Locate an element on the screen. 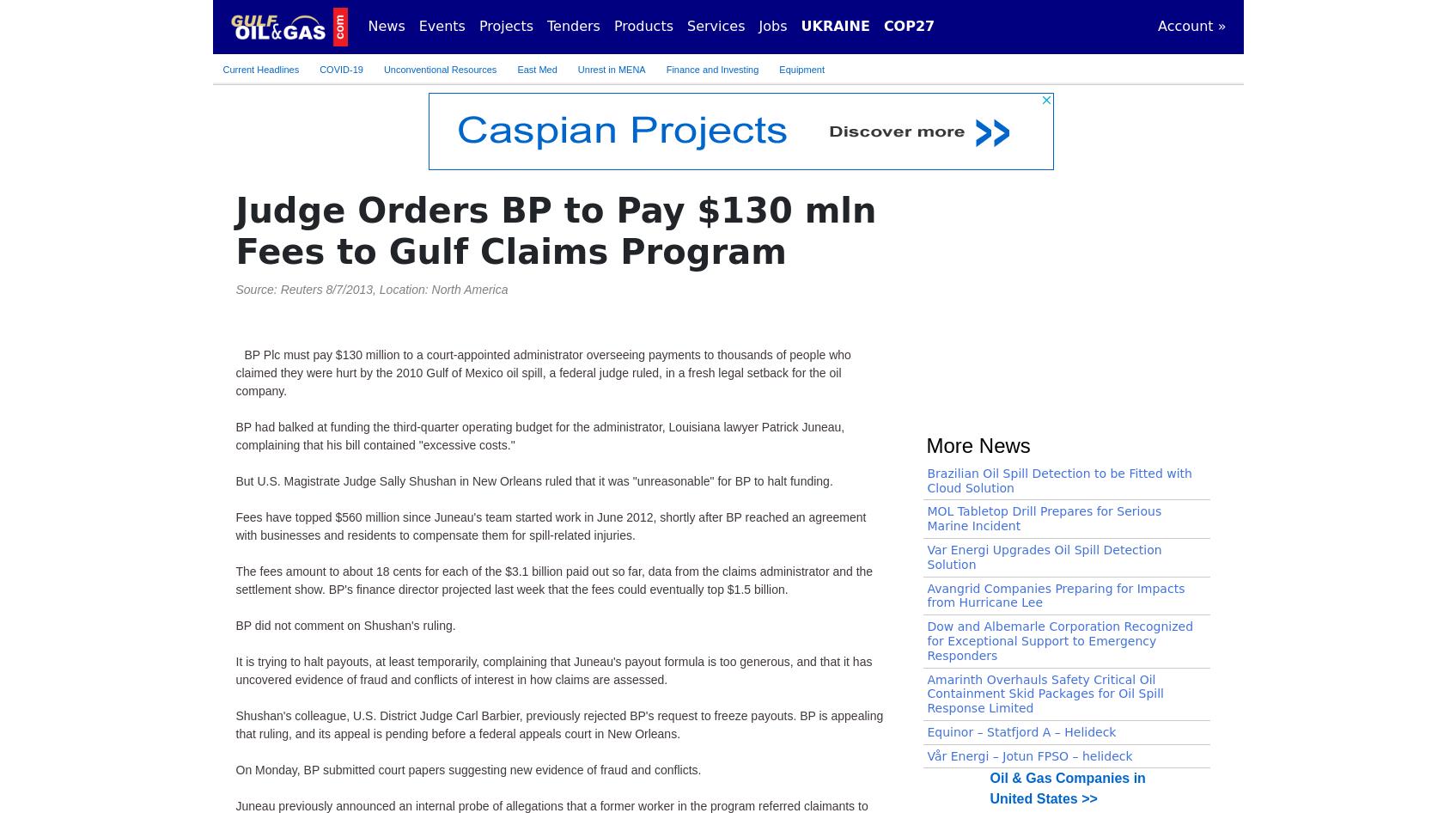 This screenshot has width=1456, height=813. 'United States >>  10/12/2023' is located at coordinates (387, 557).